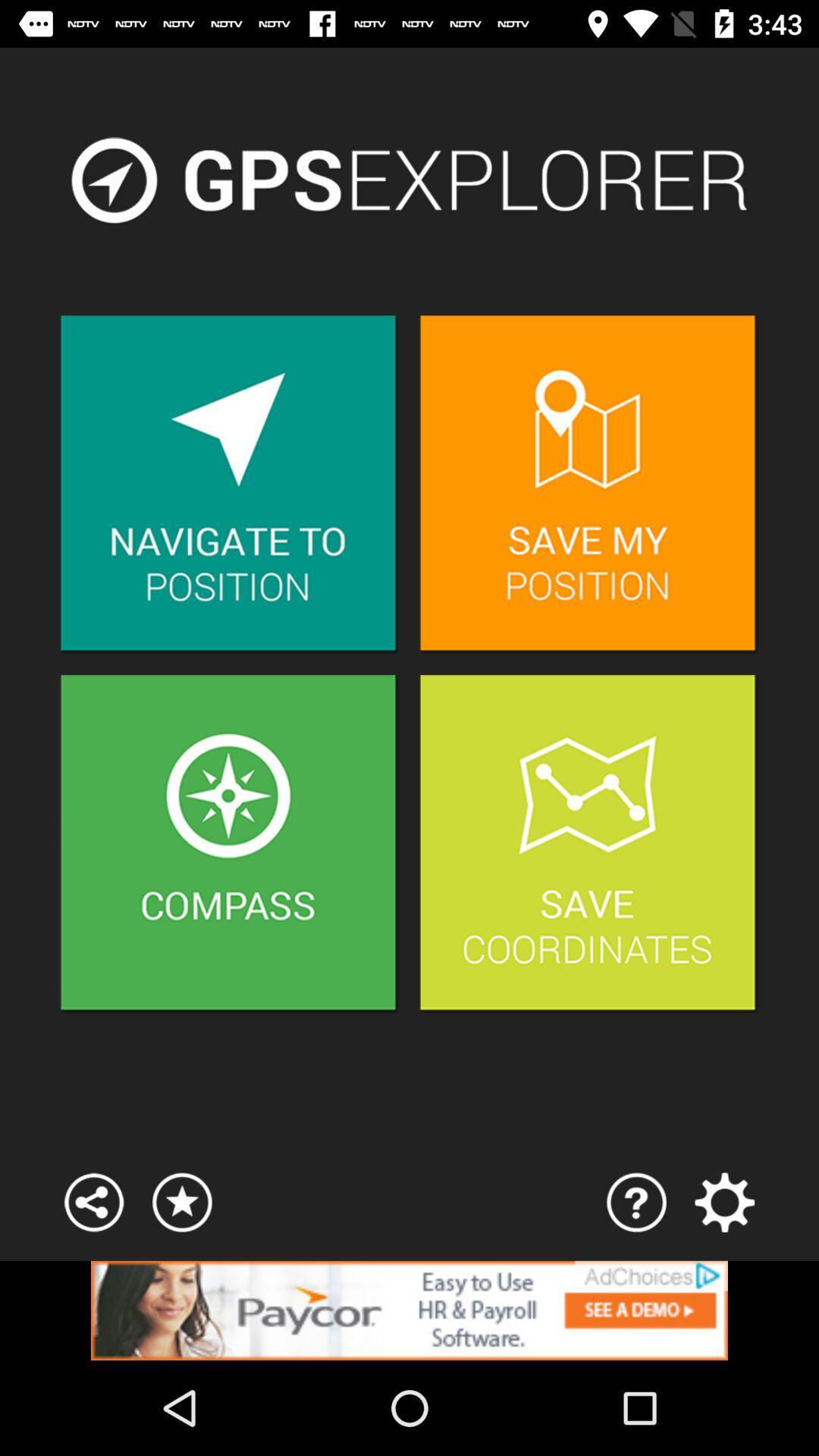  I want to click on open menu options, so click(94, 1201).